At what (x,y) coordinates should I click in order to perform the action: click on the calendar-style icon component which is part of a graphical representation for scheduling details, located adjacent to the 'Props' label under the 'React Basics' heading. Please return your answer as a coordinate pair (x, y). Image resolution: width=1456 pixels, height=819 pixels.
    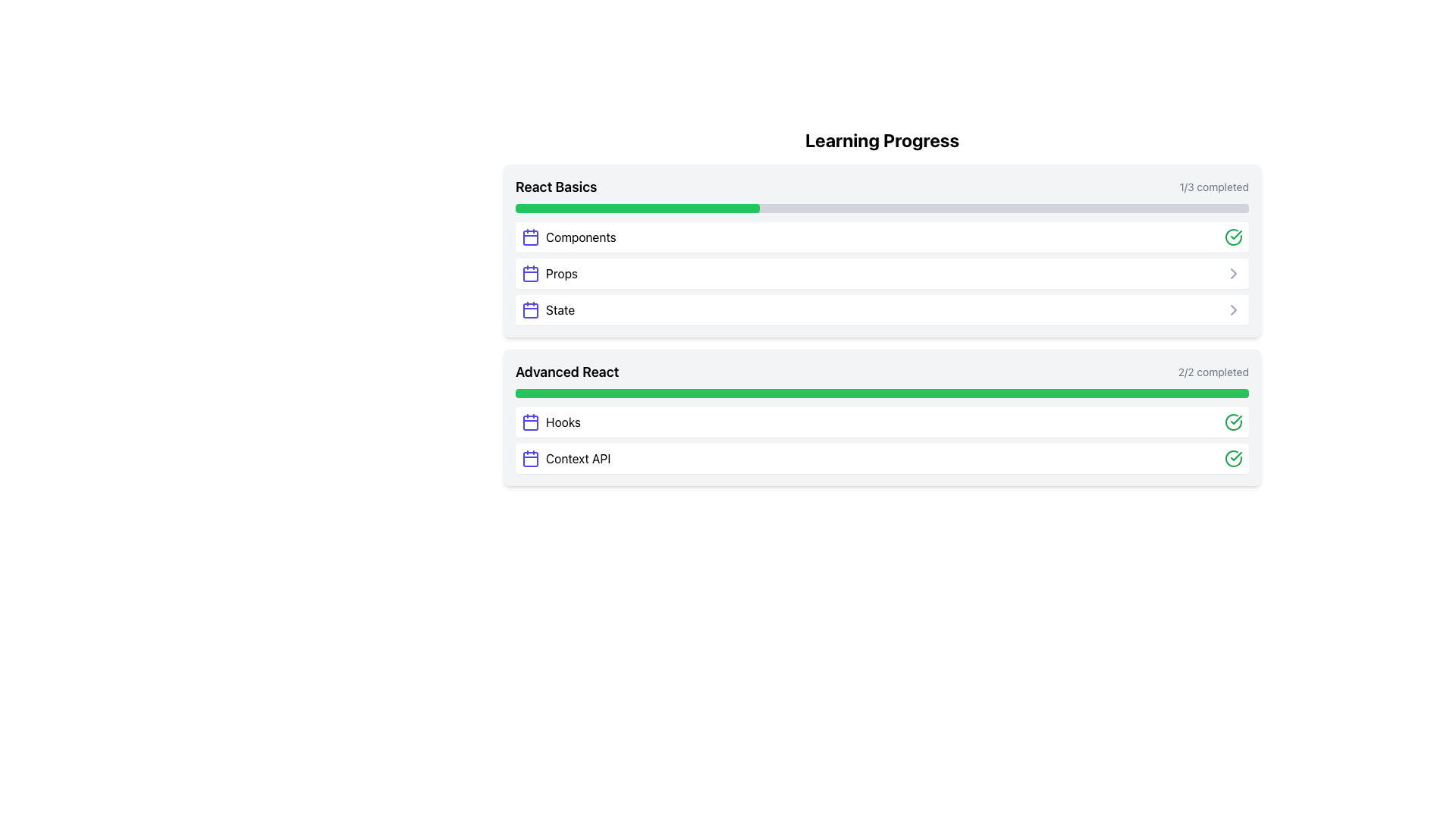
    Looking at the image, I should click on (531, 275).